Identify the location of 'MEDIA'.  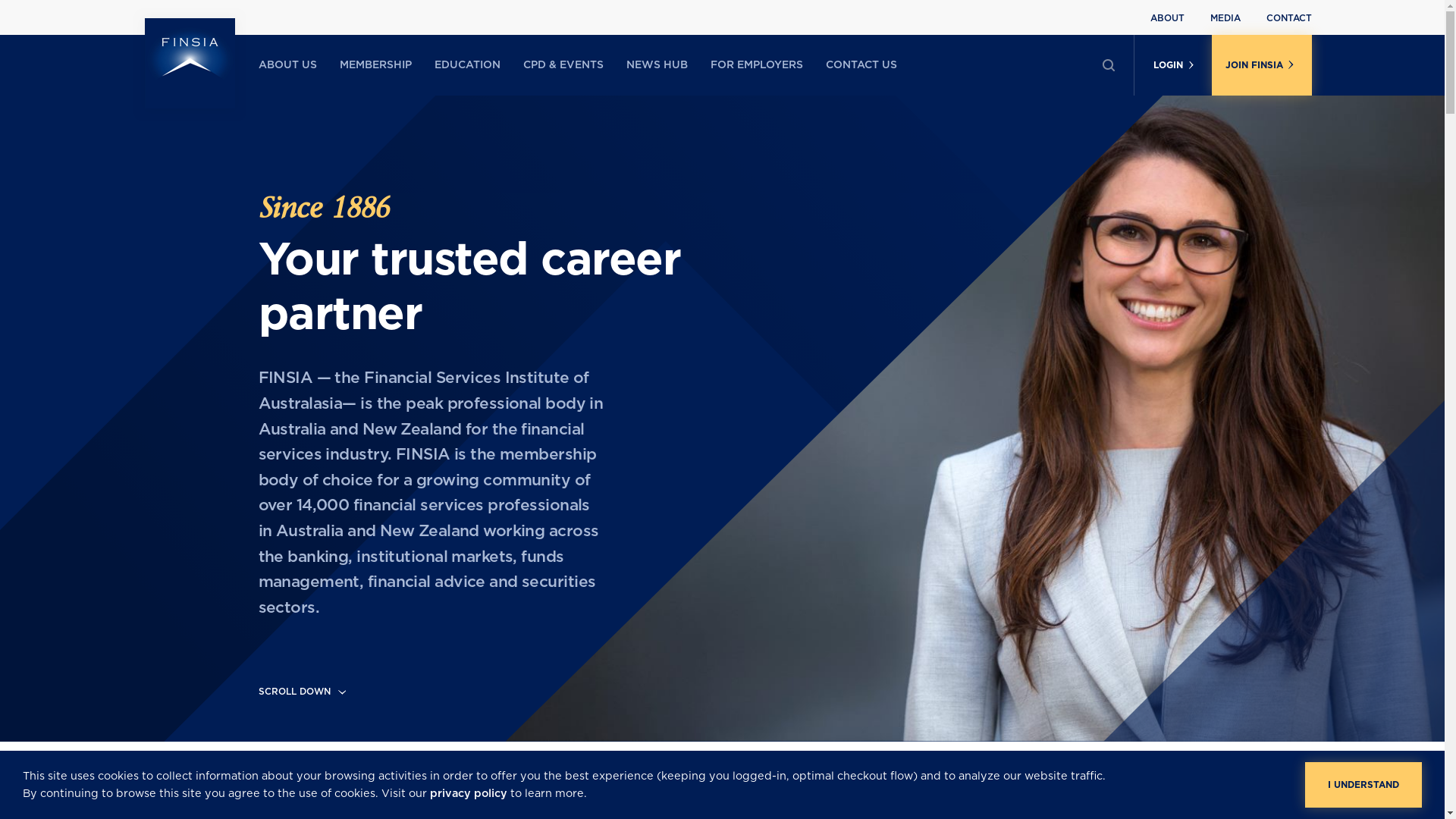
(1225, 17).